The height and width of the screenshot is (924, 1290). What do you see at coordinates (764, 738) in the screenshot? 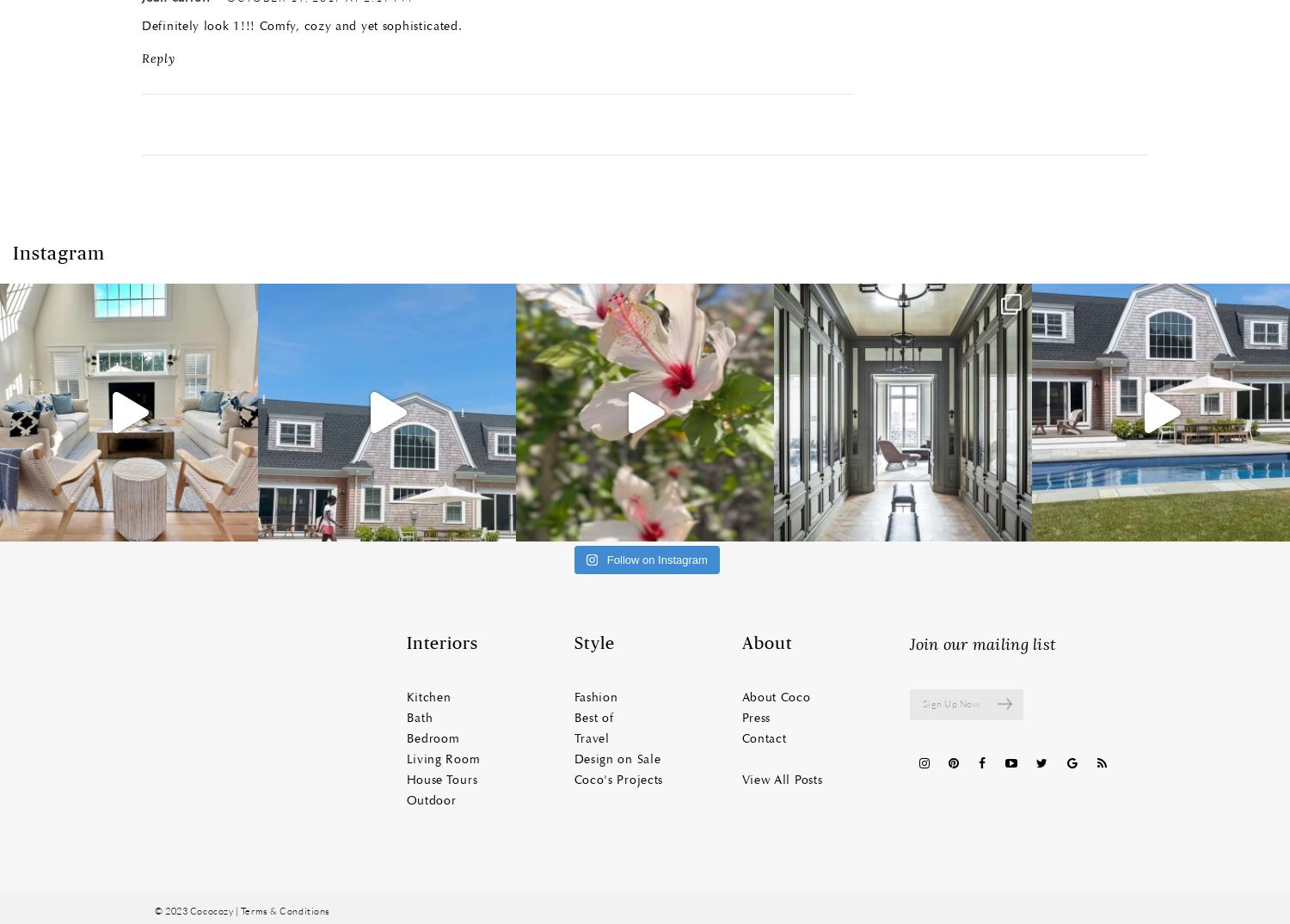
I see `'Contact'` at bounding box center [764, 738].